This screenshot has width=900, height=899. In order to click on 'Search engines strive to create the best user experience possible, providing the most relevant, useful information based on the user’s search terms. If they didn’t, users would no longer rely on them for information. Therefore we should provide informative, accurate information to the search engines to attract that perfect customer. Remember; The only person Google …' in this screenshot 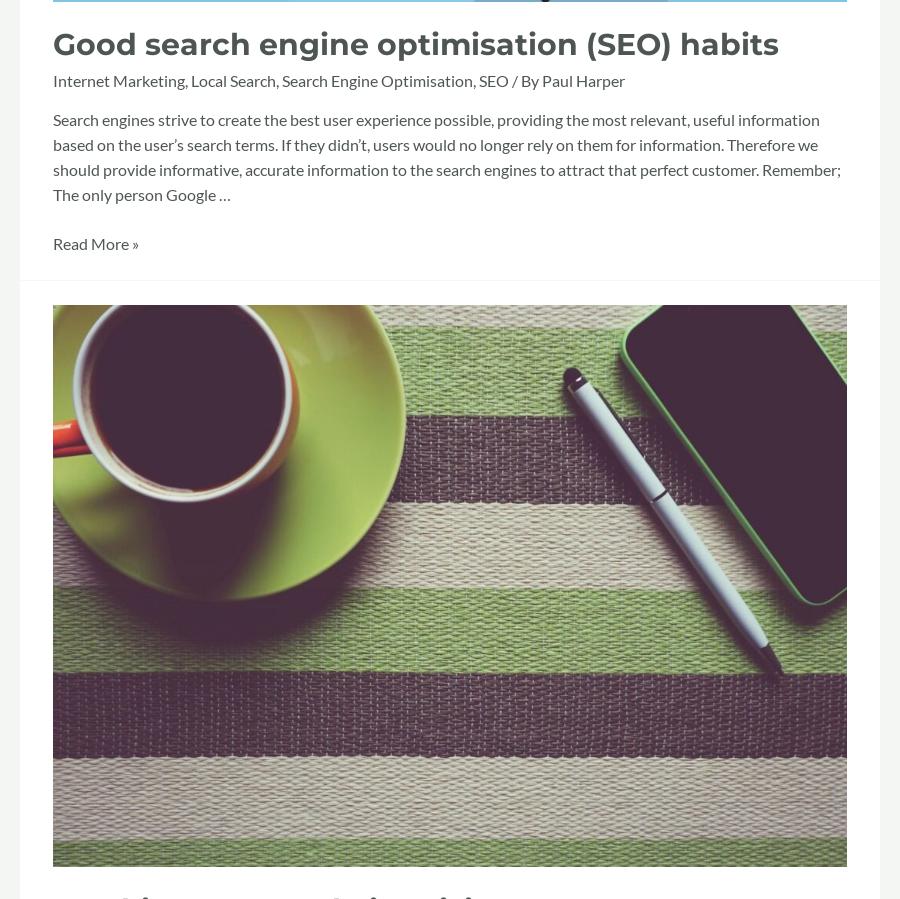, I will do `click(447, 156)`.